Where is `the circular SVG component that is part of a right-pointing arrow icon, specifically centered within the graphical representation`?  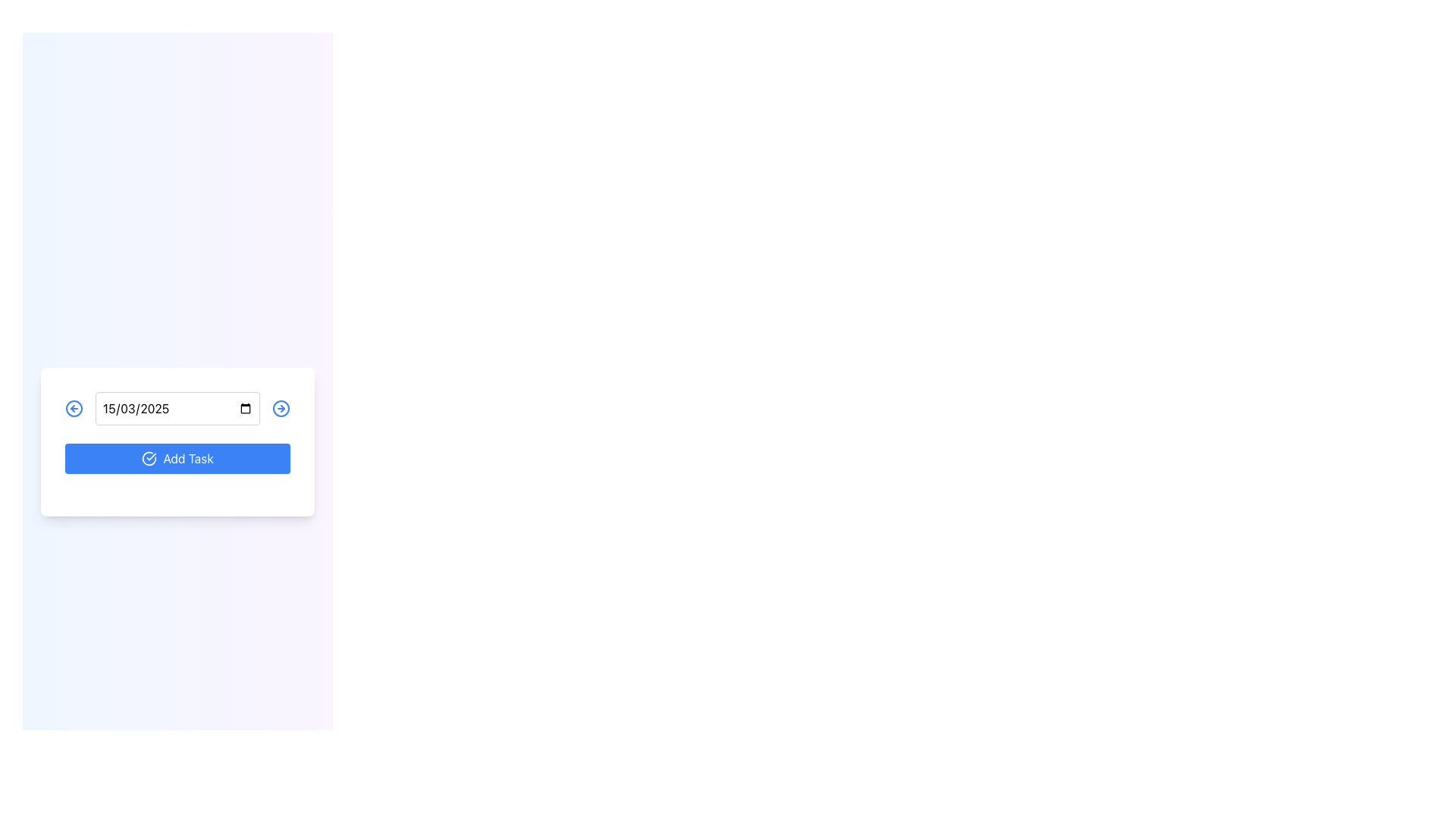 the circular SVG component that is part of a right-pointing arrow icon, specifically centered within the graphical representation is located at coordinates (281, 408).